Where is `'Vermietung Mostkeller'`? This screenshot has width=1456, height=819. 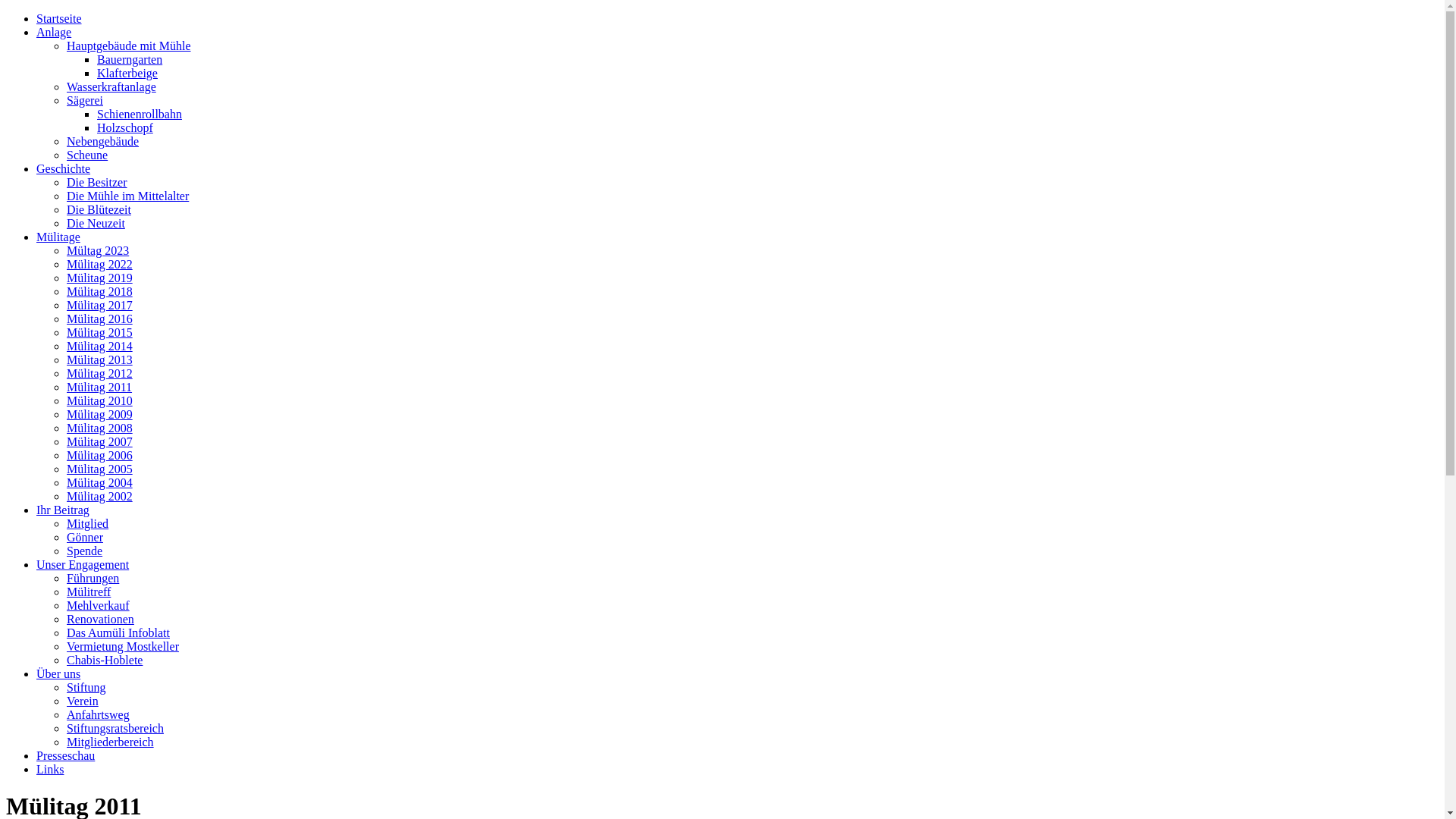 'Vermietung Mostkeller' is located at coordinates (123, 646).